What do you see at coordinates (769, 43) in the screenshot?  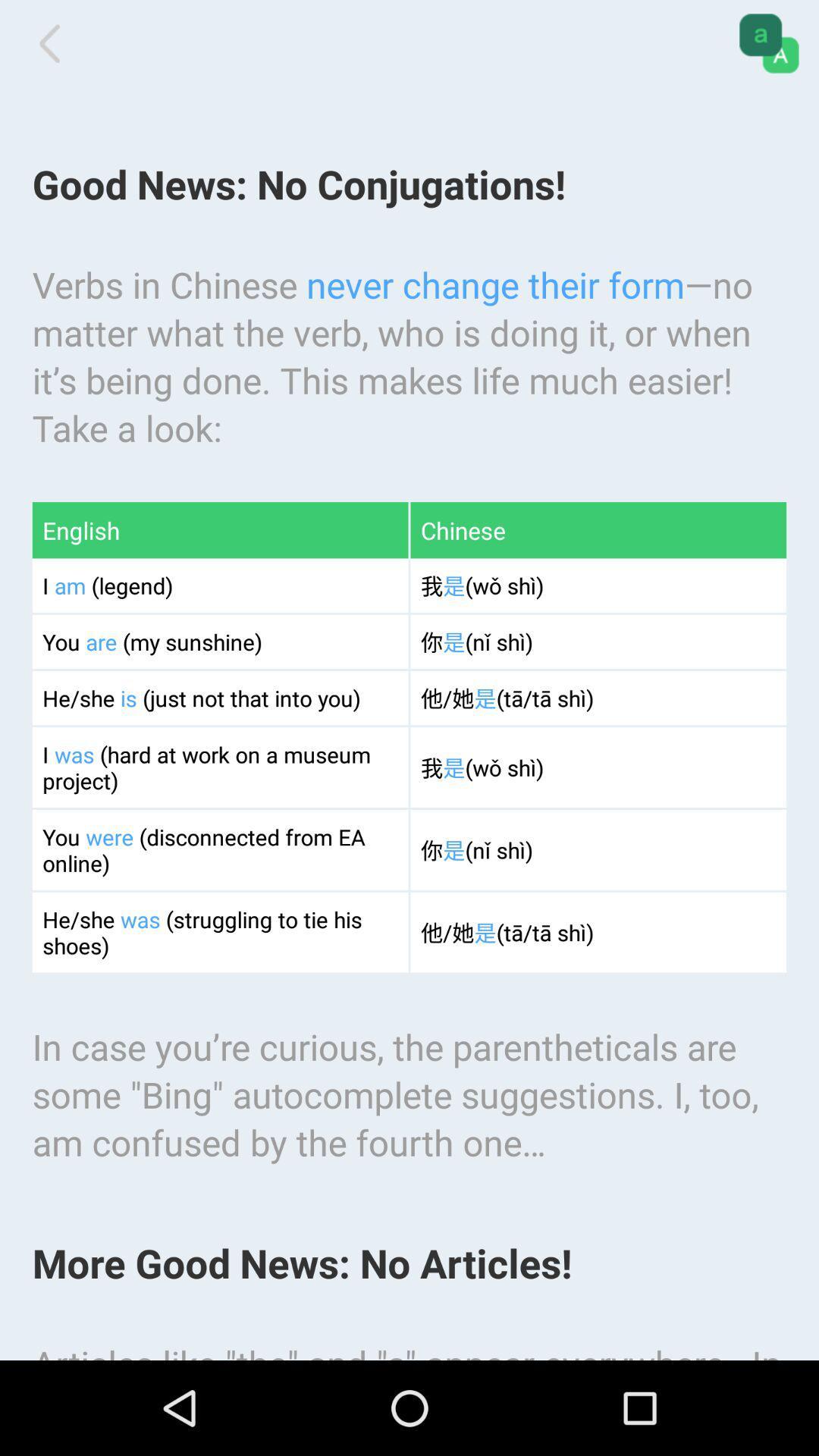 I see `item at the top right corner` at bounding box center [769, 43].